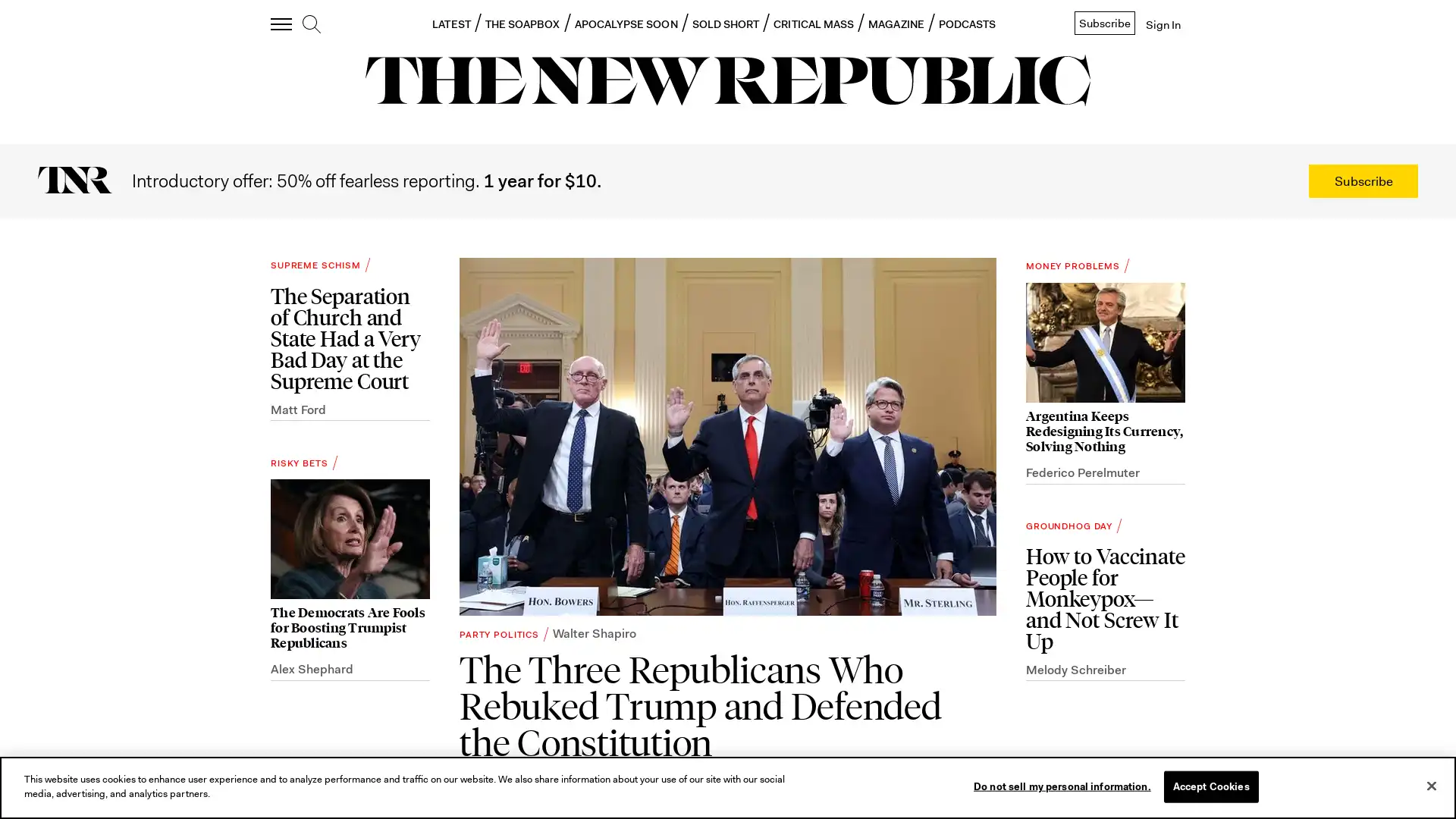 This screenshot has height=819, width=1456. Describe the element at coordinates (311, 25) in the screenshot. I see `search` at that location.